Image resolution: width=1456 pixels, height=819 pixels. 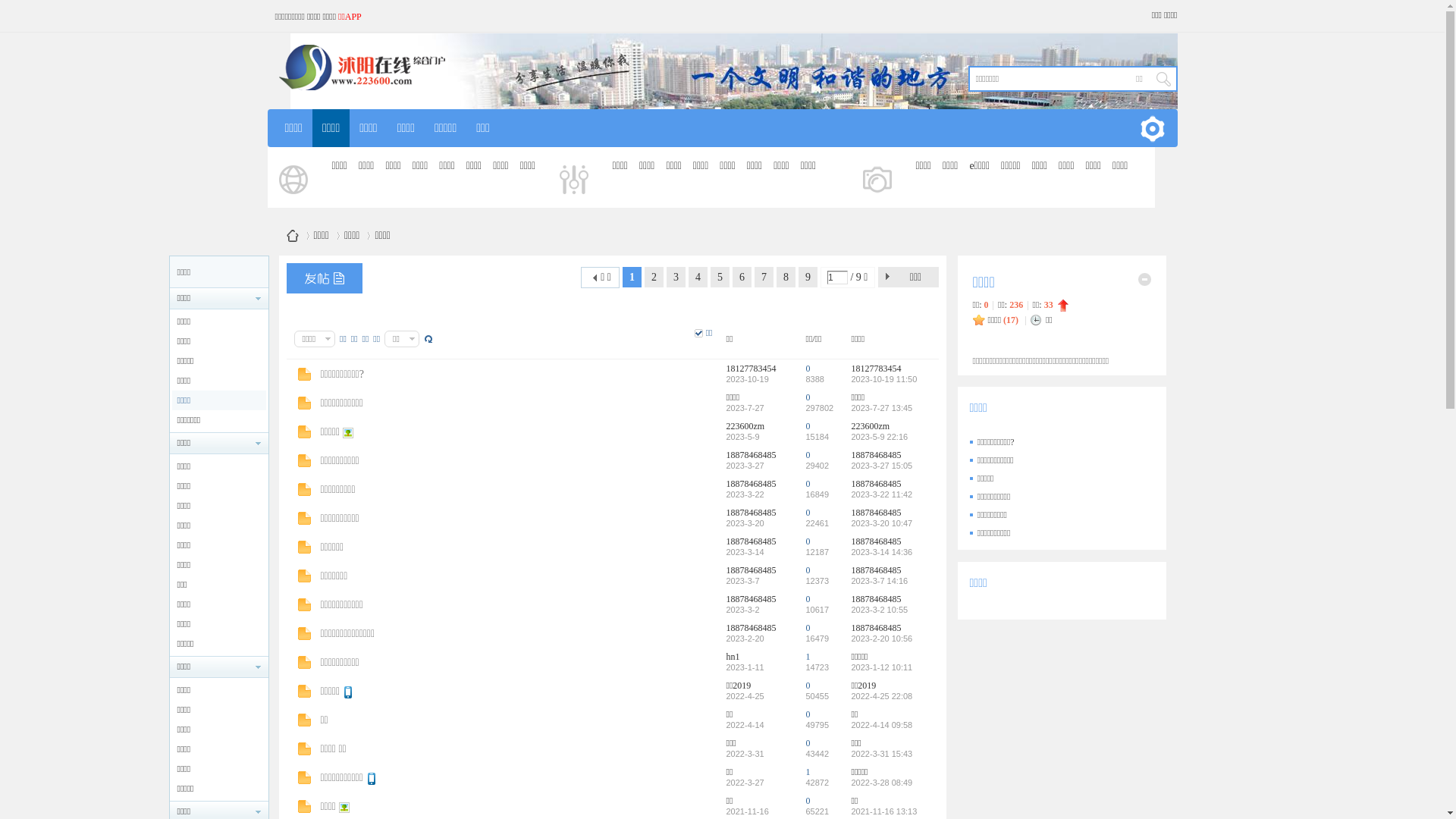 I want to click on '223600zm', so click(x=745, y=426).